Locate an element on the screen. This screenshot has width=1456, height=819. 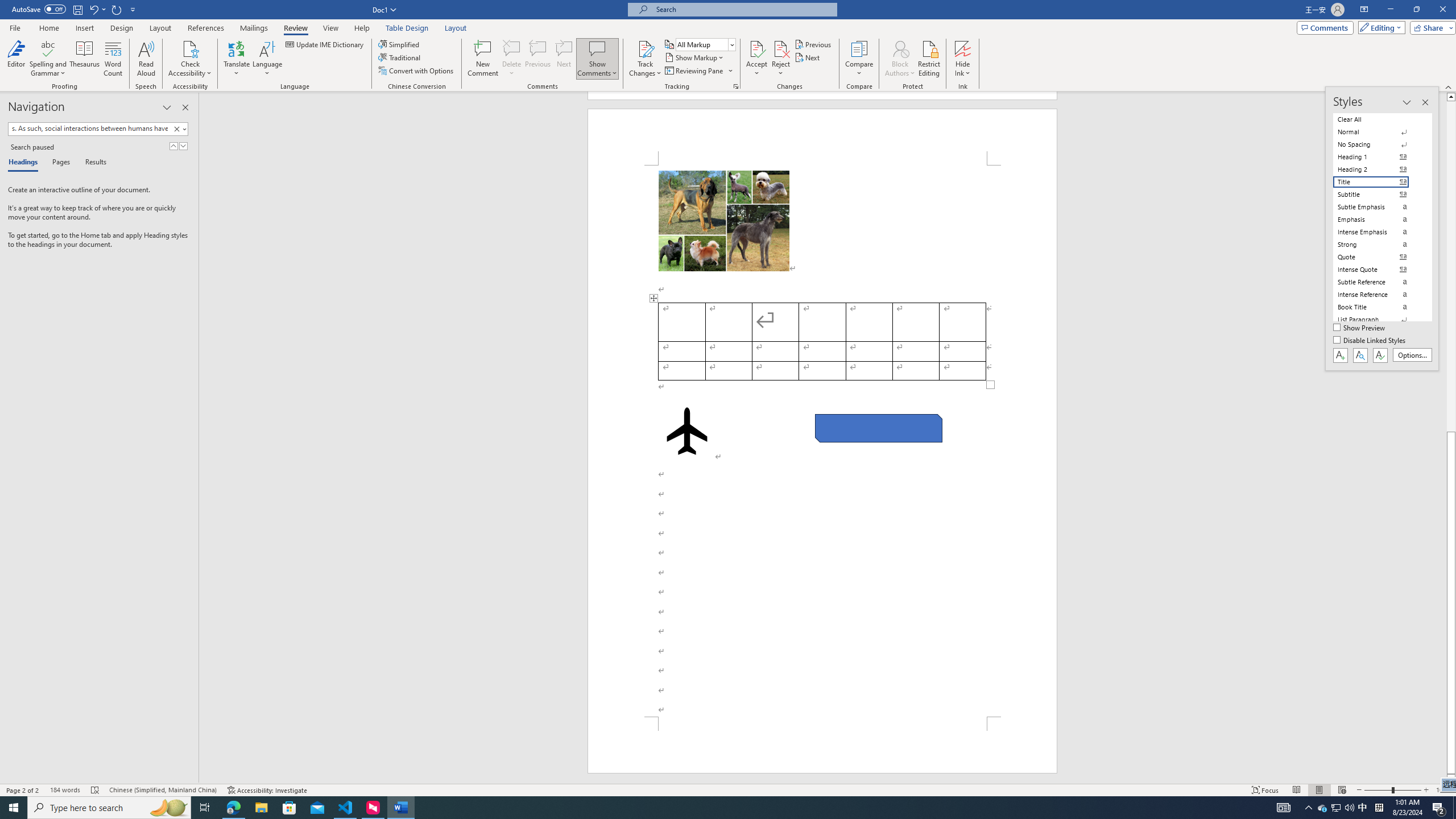
'System' is located at coordinates (6, 5).